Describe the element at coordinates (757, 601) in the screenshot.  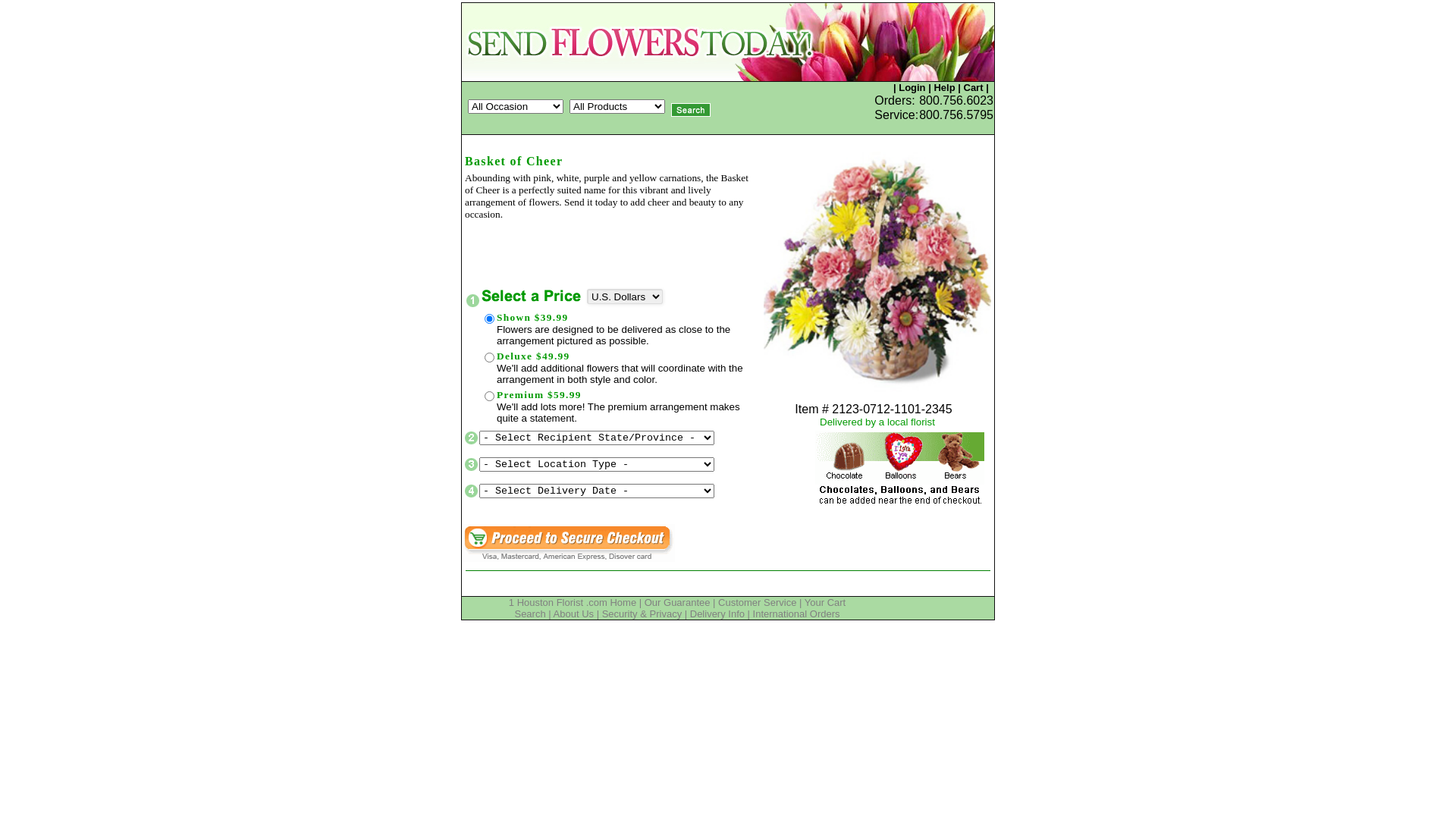
I see `'Customer Service'` at that location.